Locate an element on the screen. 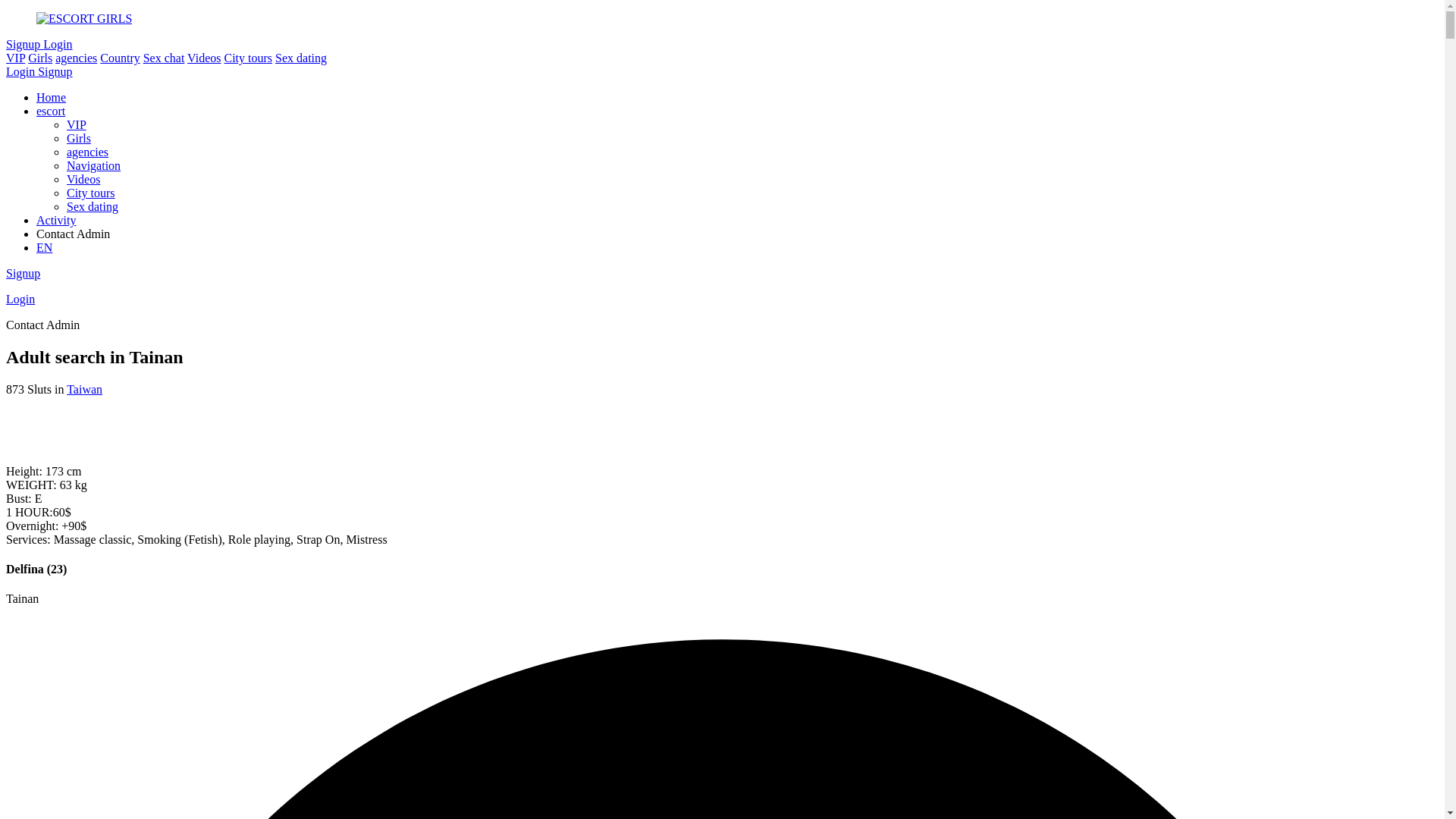 Image resolution: width=1456 pixels, height=819 pixels. 'Navigation' is located at coordinates (65, 165).